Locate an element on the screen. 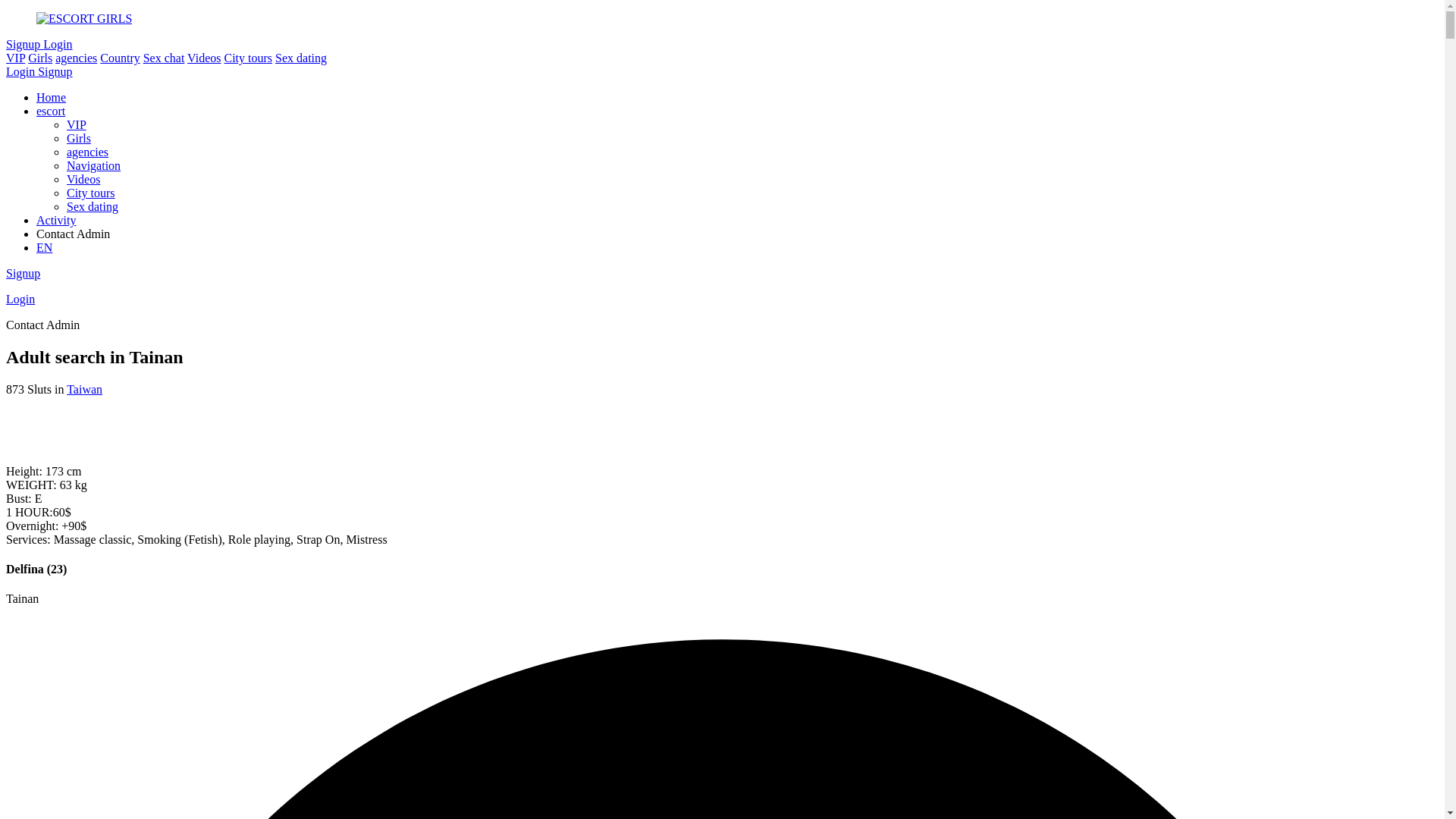 Image resolution: width=1456 pixels, height=819 pixels. 'Navigation' is located at coordinates (65, 165).